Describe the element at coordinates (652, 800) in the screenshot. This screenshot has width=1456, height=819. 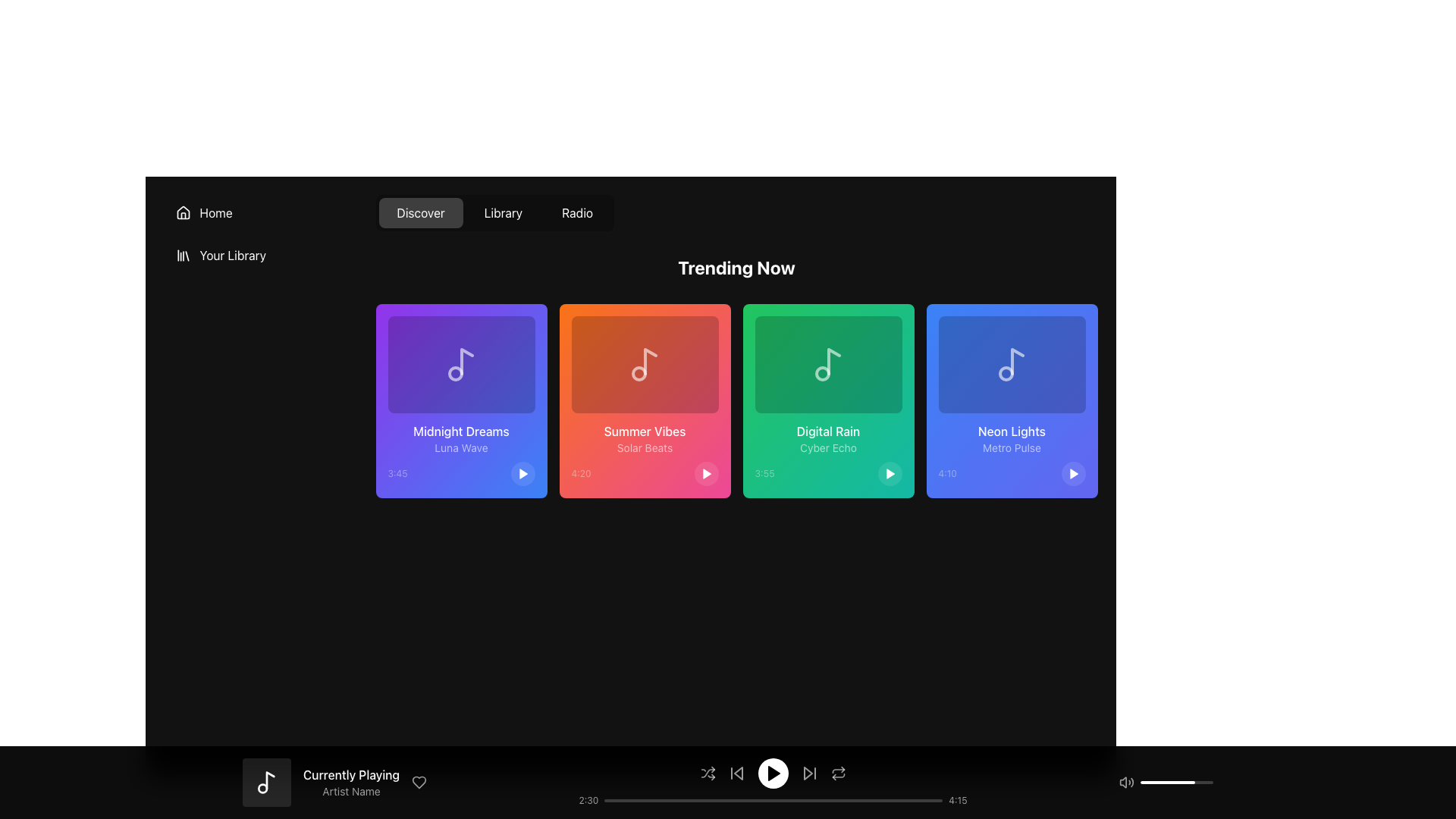
I see `playback position` at that location.